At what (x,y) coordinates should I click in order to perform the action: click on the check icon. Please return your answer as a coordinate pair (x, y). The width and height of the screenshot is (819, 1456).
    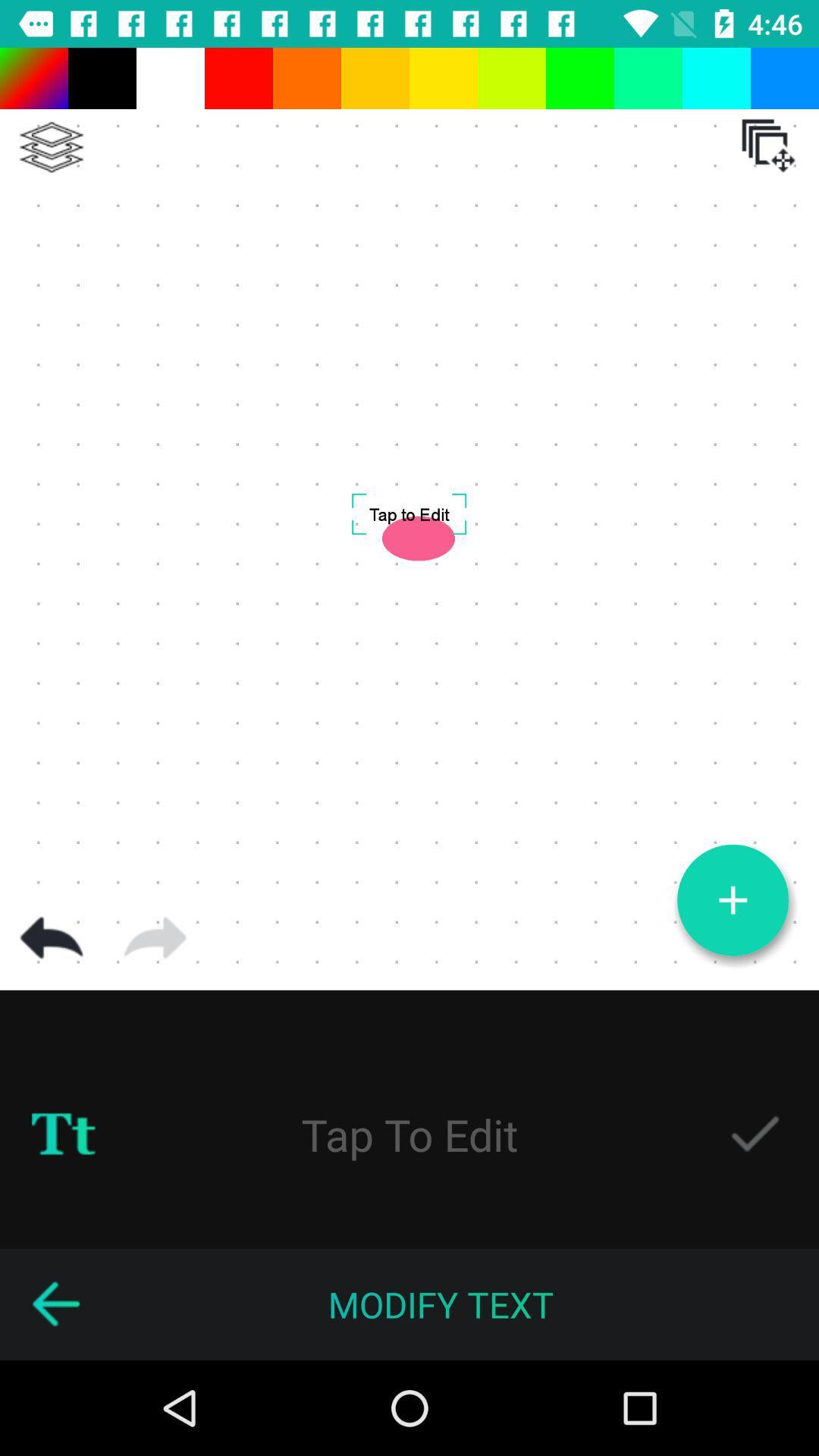
    Looking at the image, I should click on (755, 1134).